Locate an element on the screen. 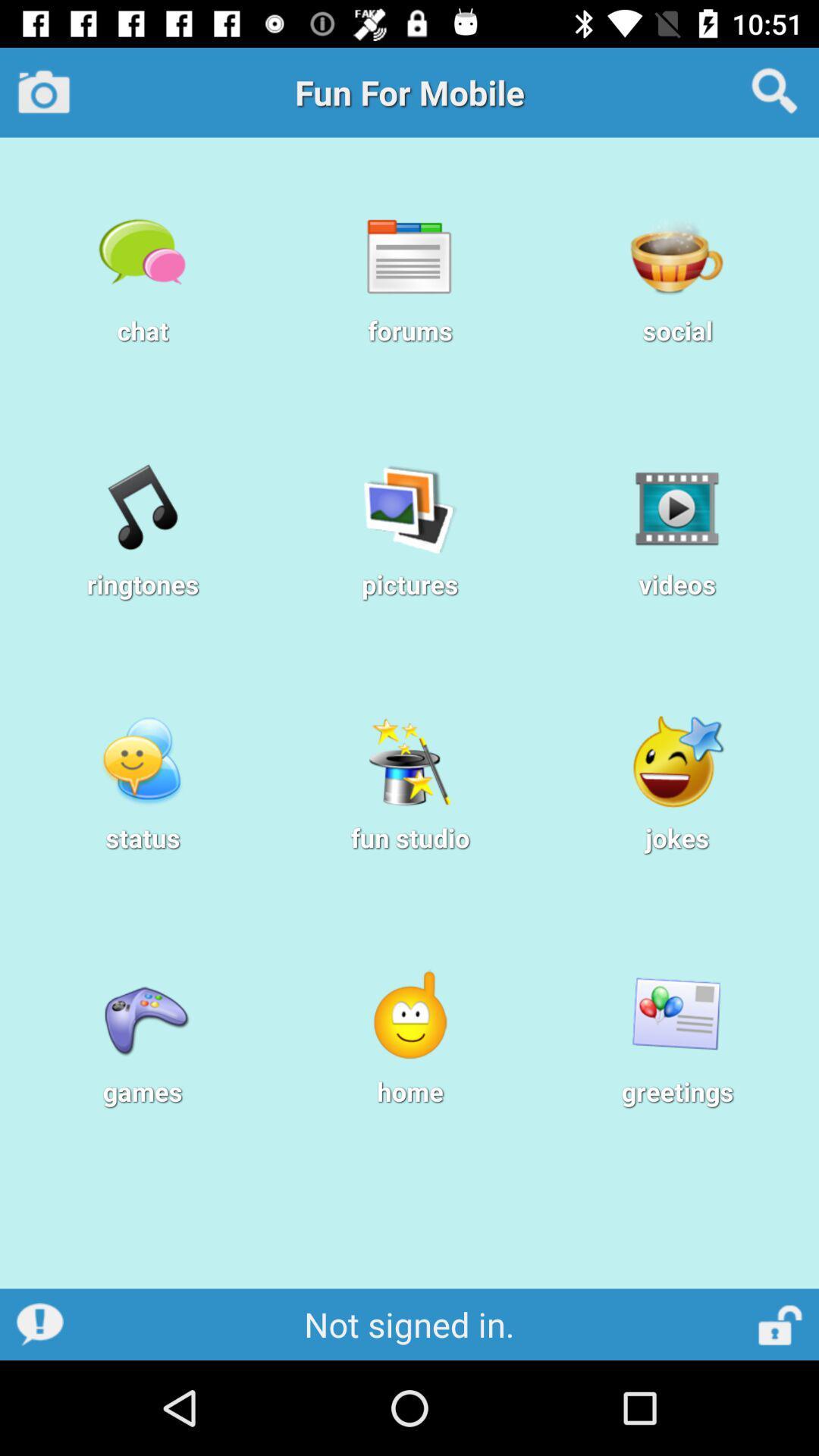 The height and width of the screenshot is (1456, 819). lock screen is located at coordinates (781, 1323).